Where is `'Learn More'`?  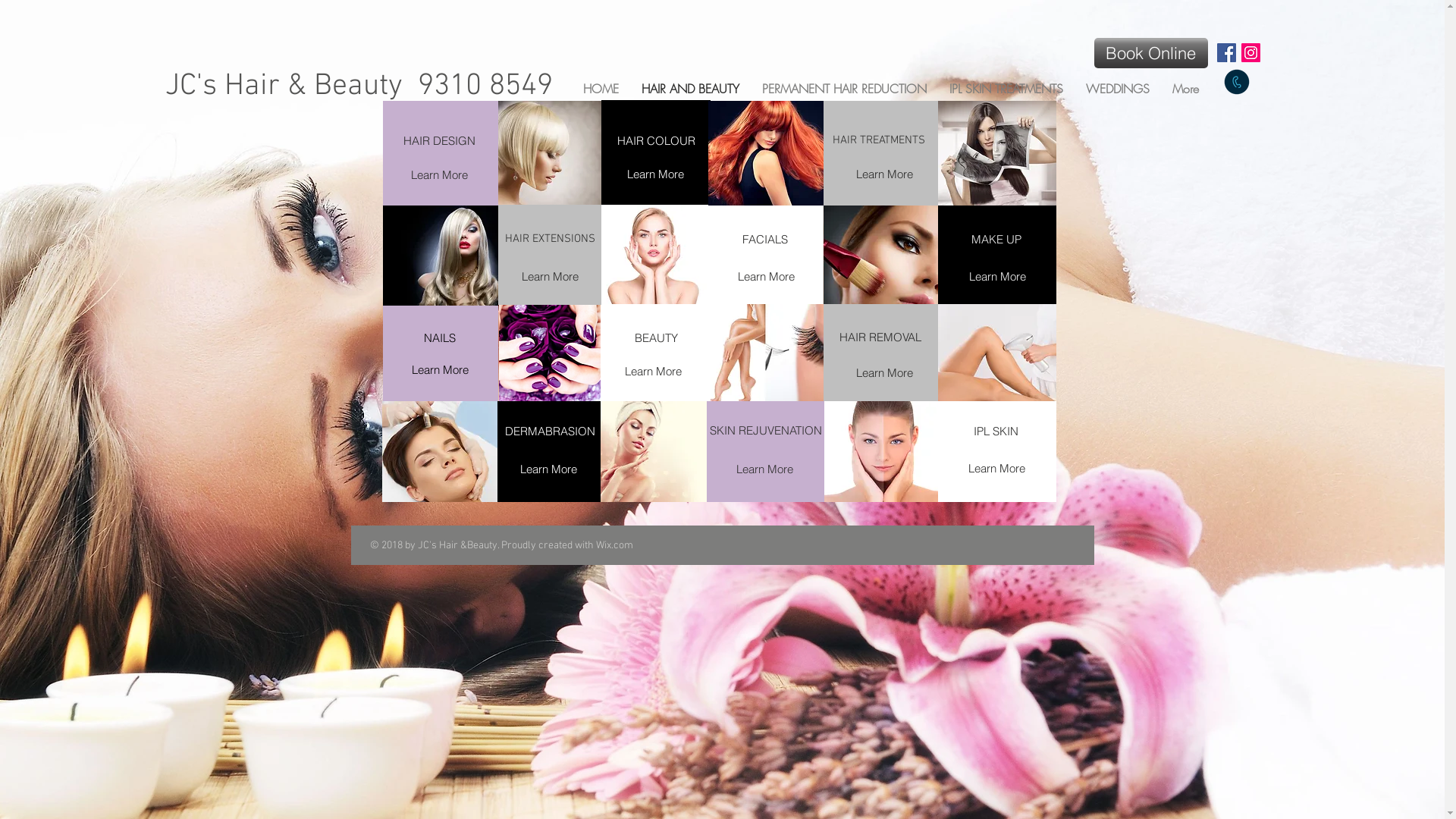 'Learn More' is located at coordinates (439, 369).